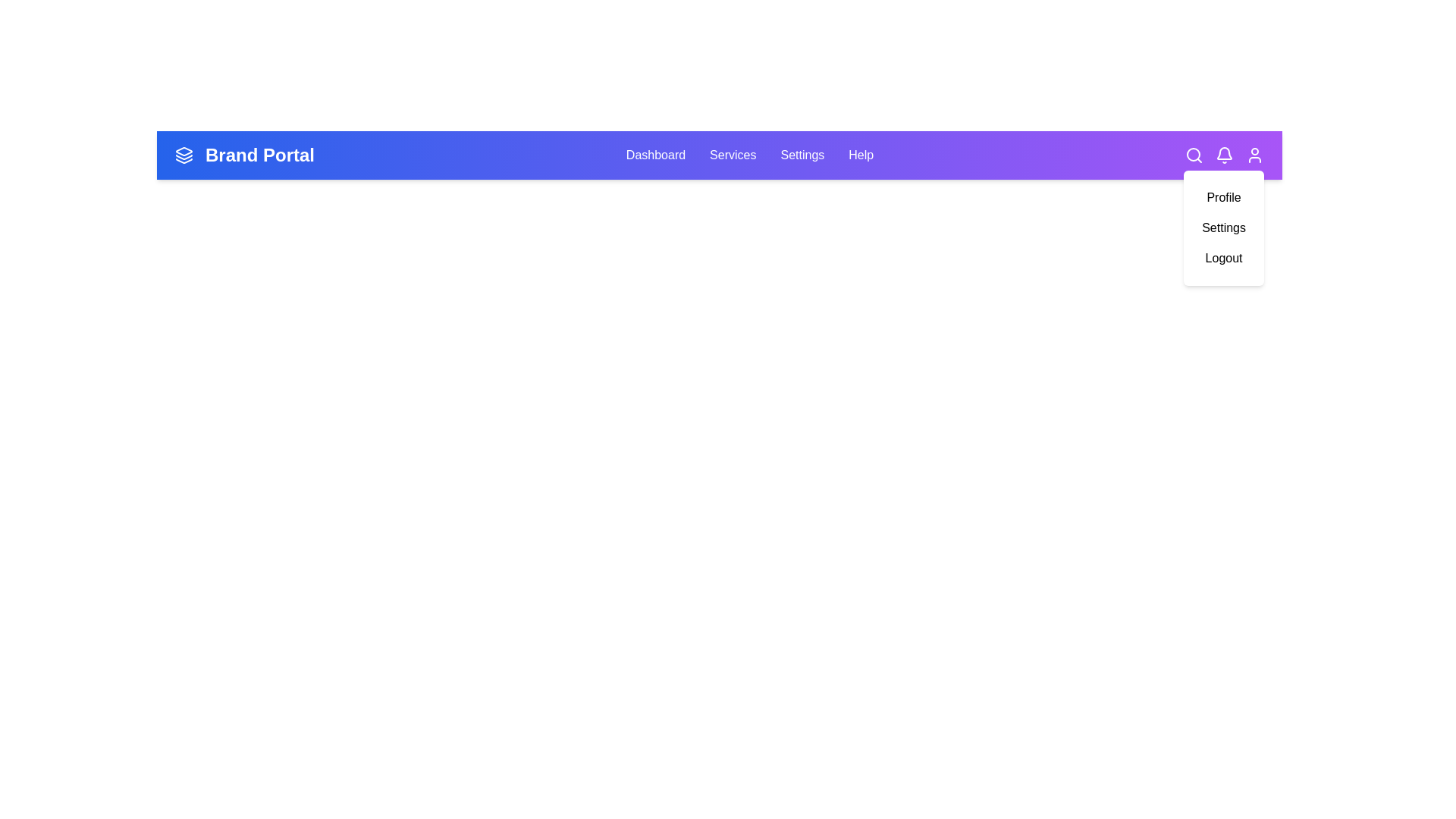  I want to click on the layered structure icon located to the left of 'Brand Portal' in the navigation bar, so click(184, 155).